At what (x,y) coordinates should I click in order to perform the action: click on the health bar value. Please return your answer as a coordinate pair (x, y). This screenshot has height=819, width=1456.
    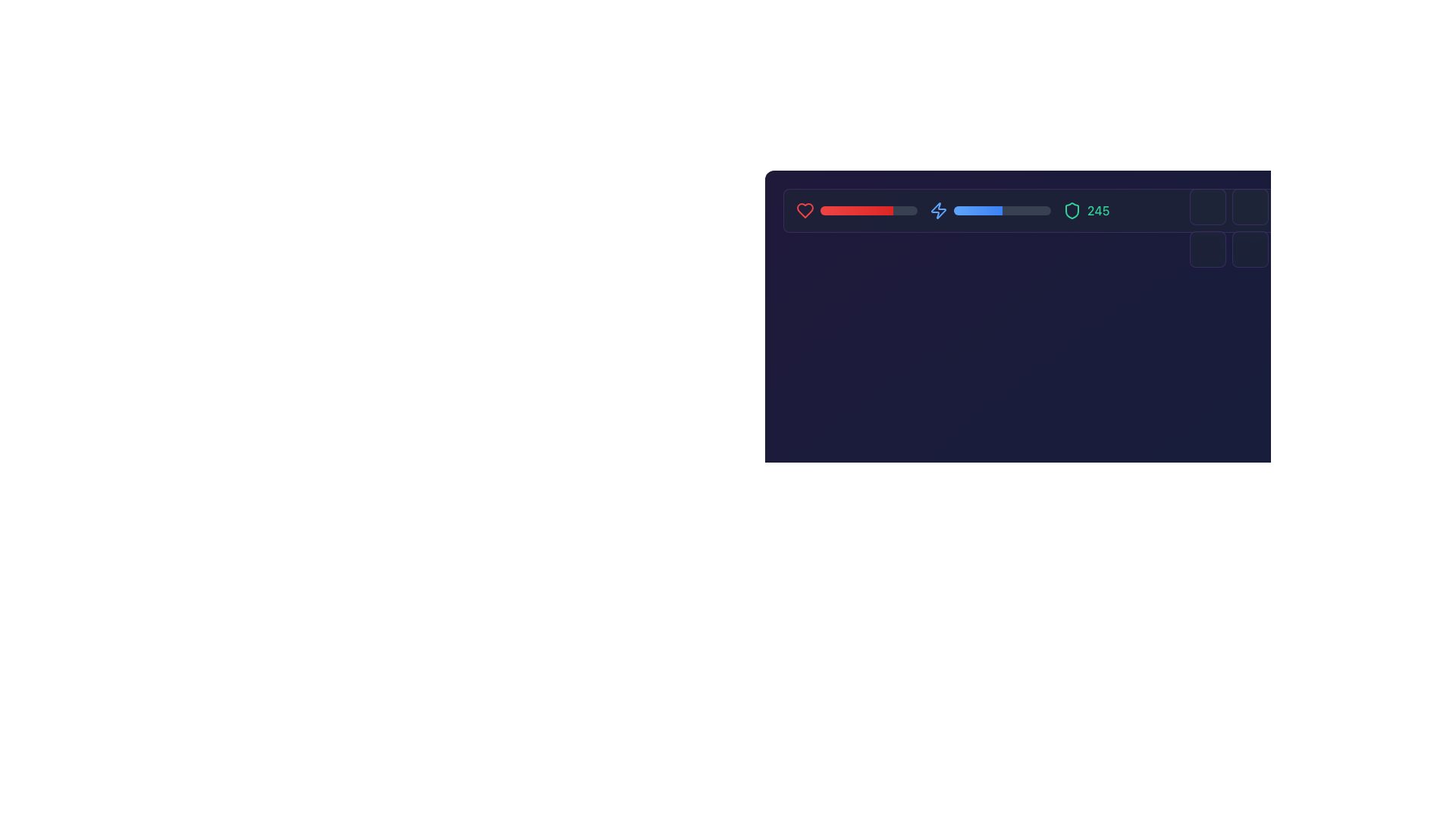
    Looking at the image, I should click on (905, 210).